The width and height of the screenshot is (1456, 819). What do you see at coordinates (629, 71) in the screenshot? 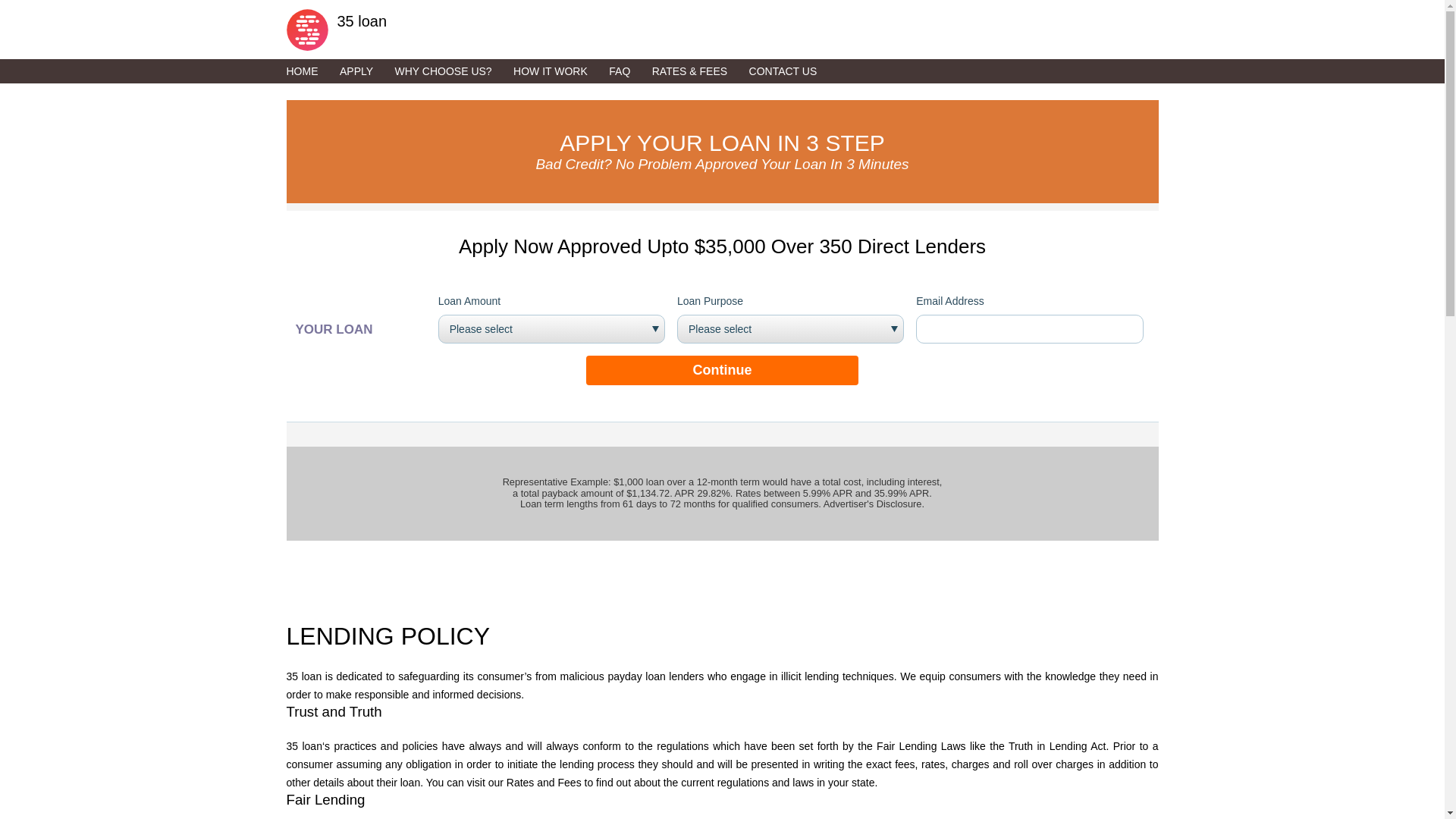
I see `'FAQ'` at bounding box center [629, 71].